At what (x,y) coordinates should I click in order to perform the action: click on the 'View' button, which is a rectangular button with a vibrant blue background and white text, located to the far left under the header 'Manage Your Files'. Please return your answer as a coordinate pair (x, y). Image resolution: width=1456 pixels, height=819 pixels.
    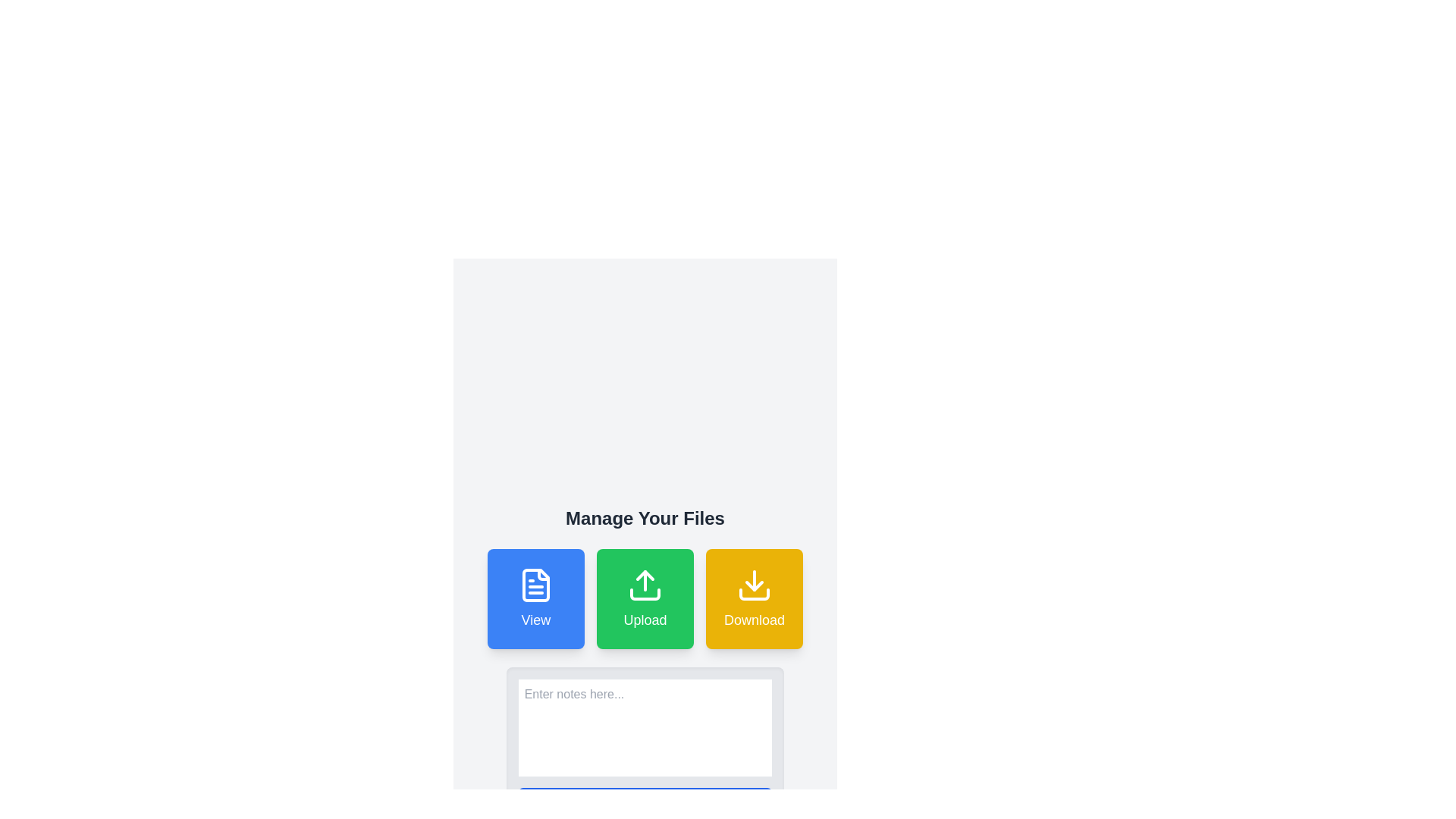
    Looking at the image, I should click on (535, 598).